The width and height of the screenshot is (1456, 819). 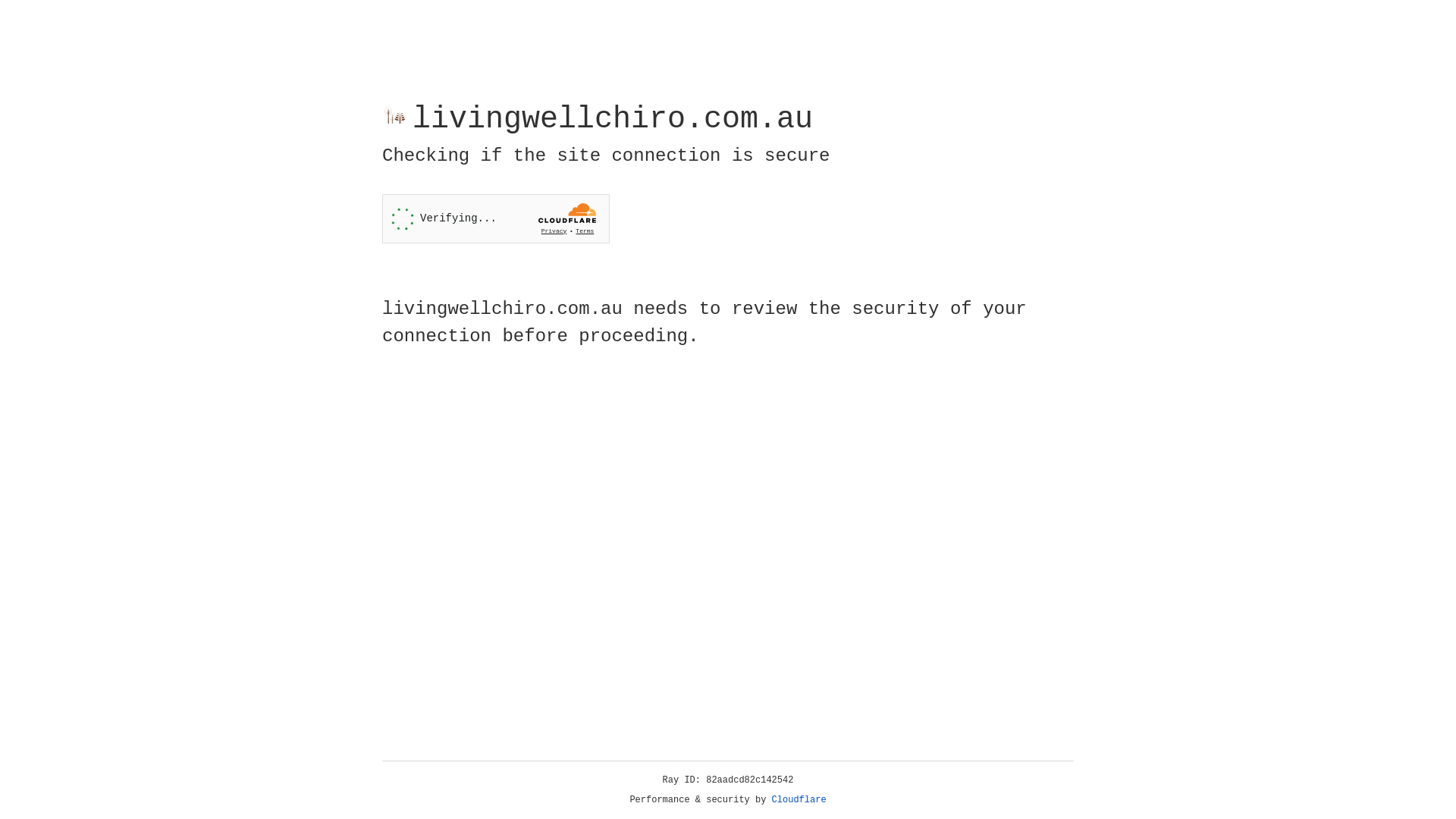 What do you see at coordinates (799, 799) in the screenshot?
I see `'Cloudflare'` at bounding box center [799, 799].